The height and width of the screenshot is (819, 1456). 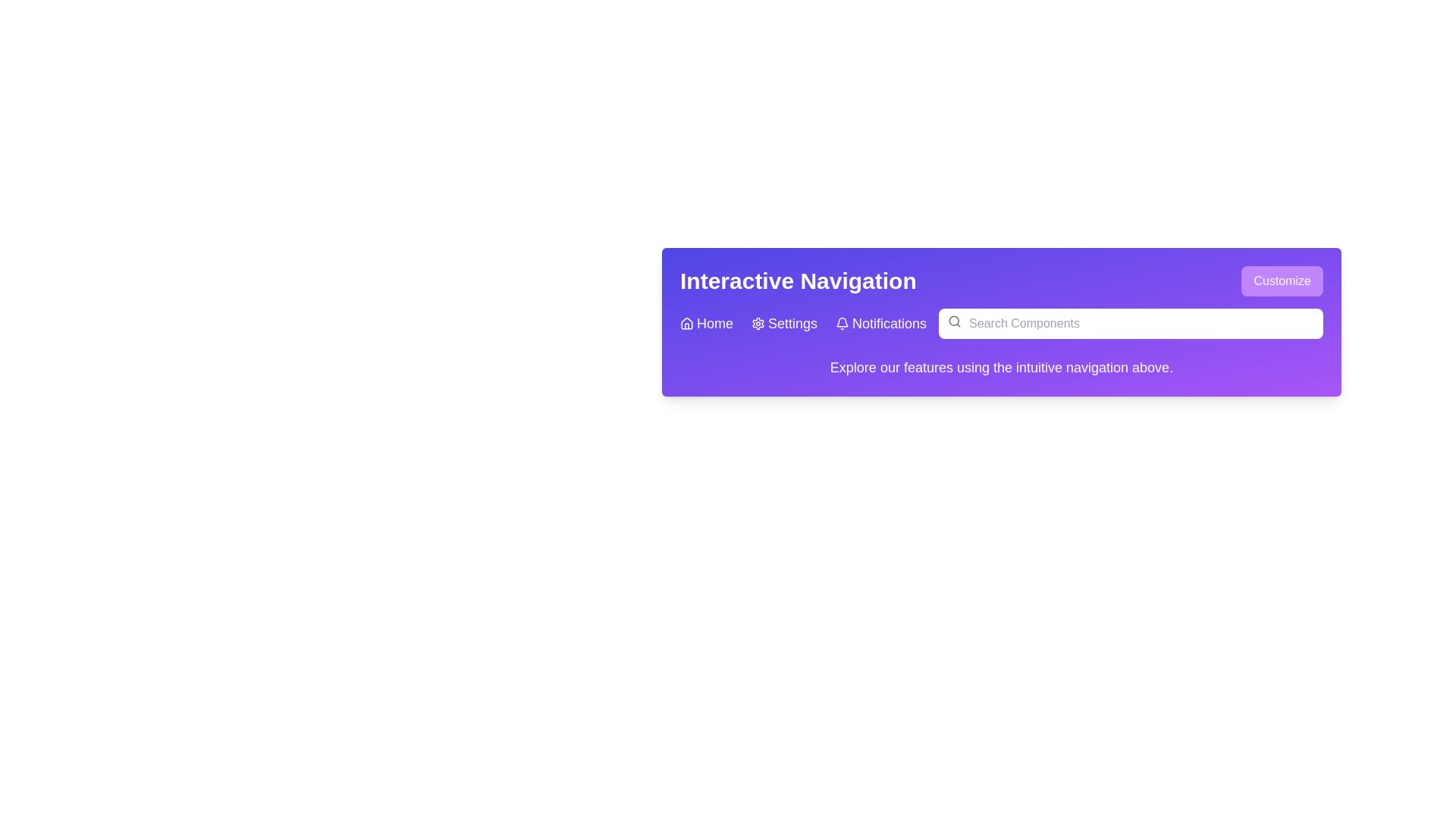 I want to click on the Header or Banner displaying 'Interactive Navigation', so click(x=1001, y=321).